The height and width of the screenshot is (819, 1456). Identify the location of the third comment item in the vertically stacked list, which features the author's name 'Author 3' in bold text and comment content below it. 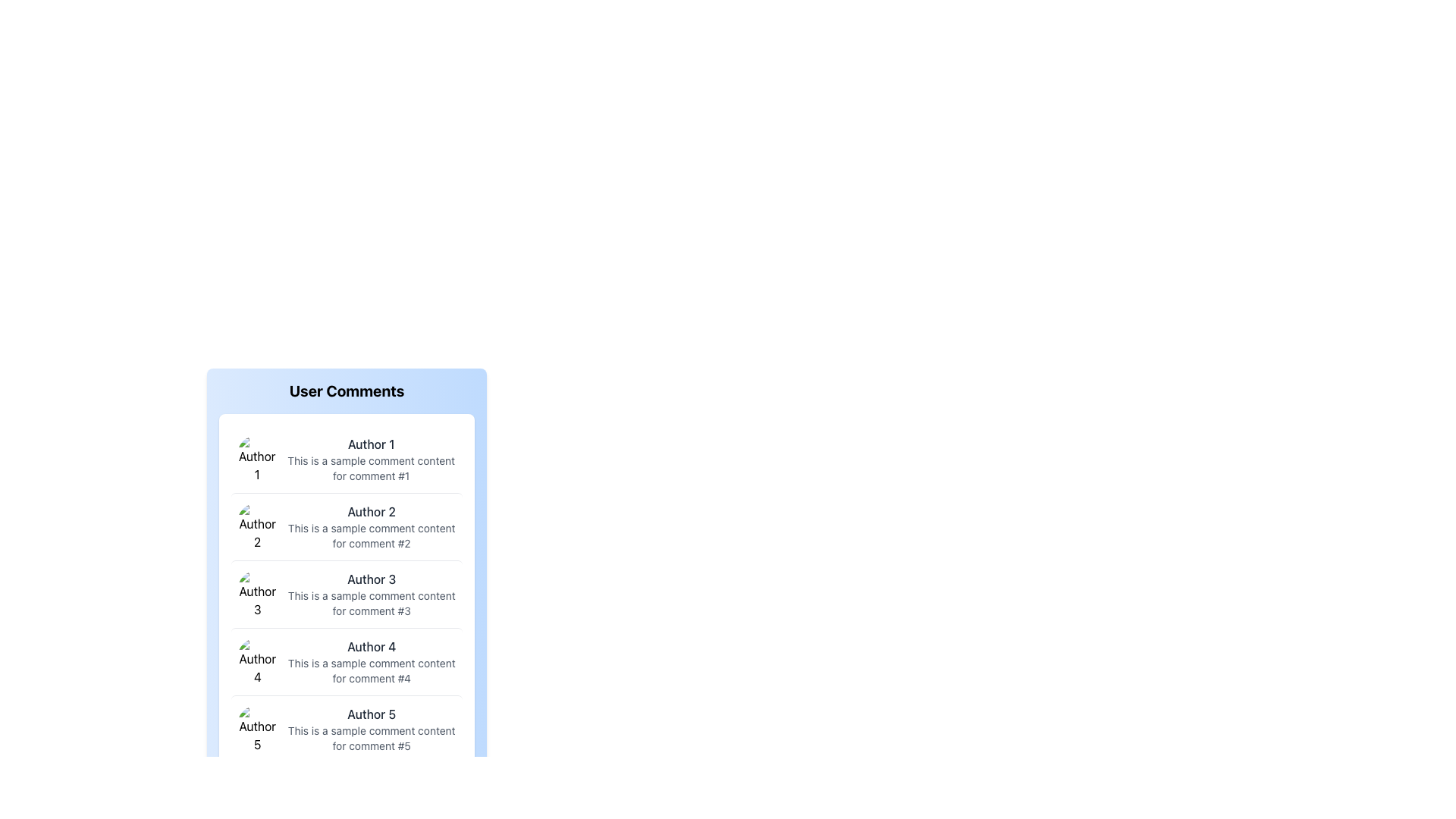
(346, 593).